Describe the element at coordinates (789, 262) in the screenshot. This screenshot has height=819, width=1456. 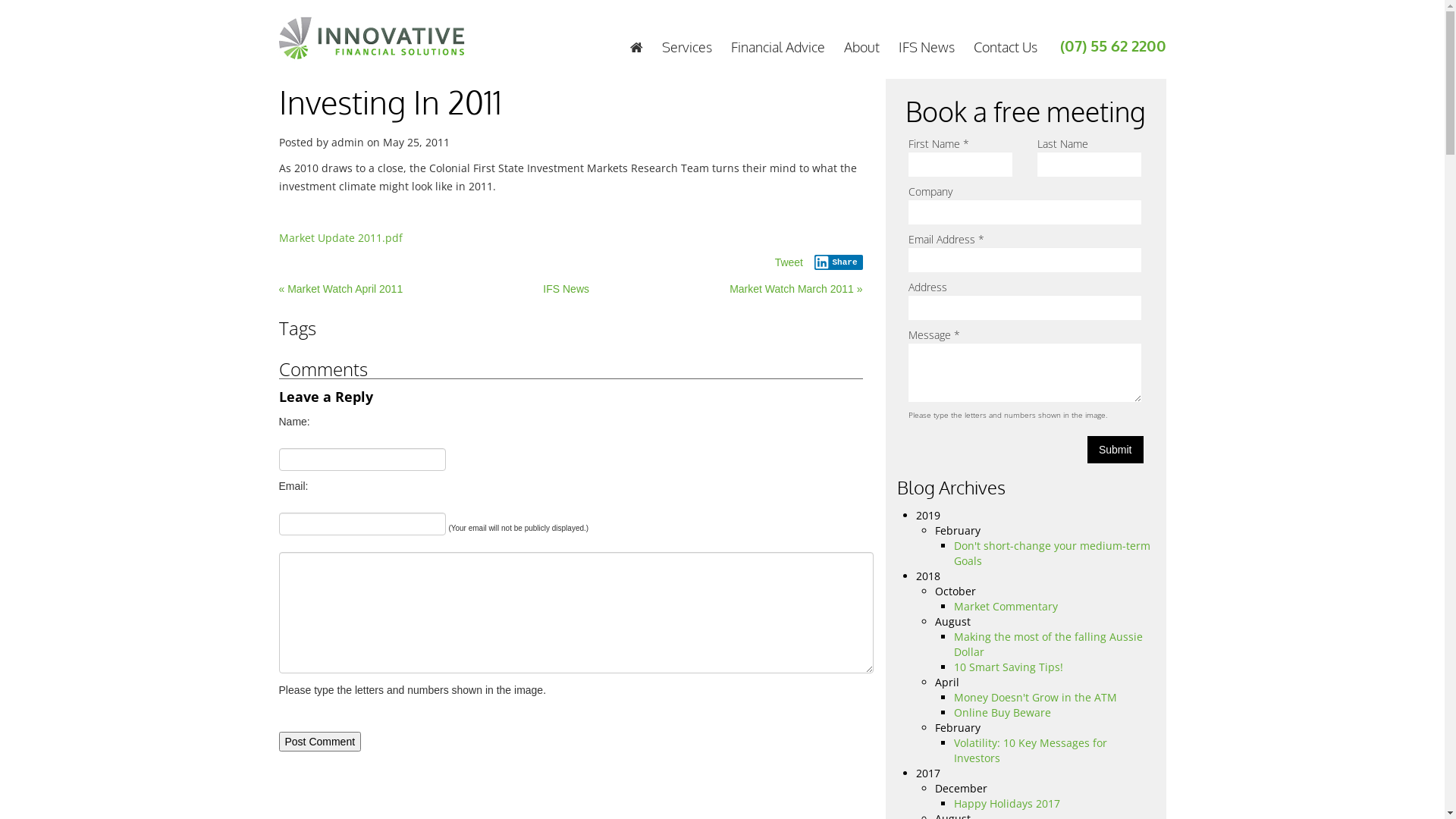
I see `'Tweet'` at that location.